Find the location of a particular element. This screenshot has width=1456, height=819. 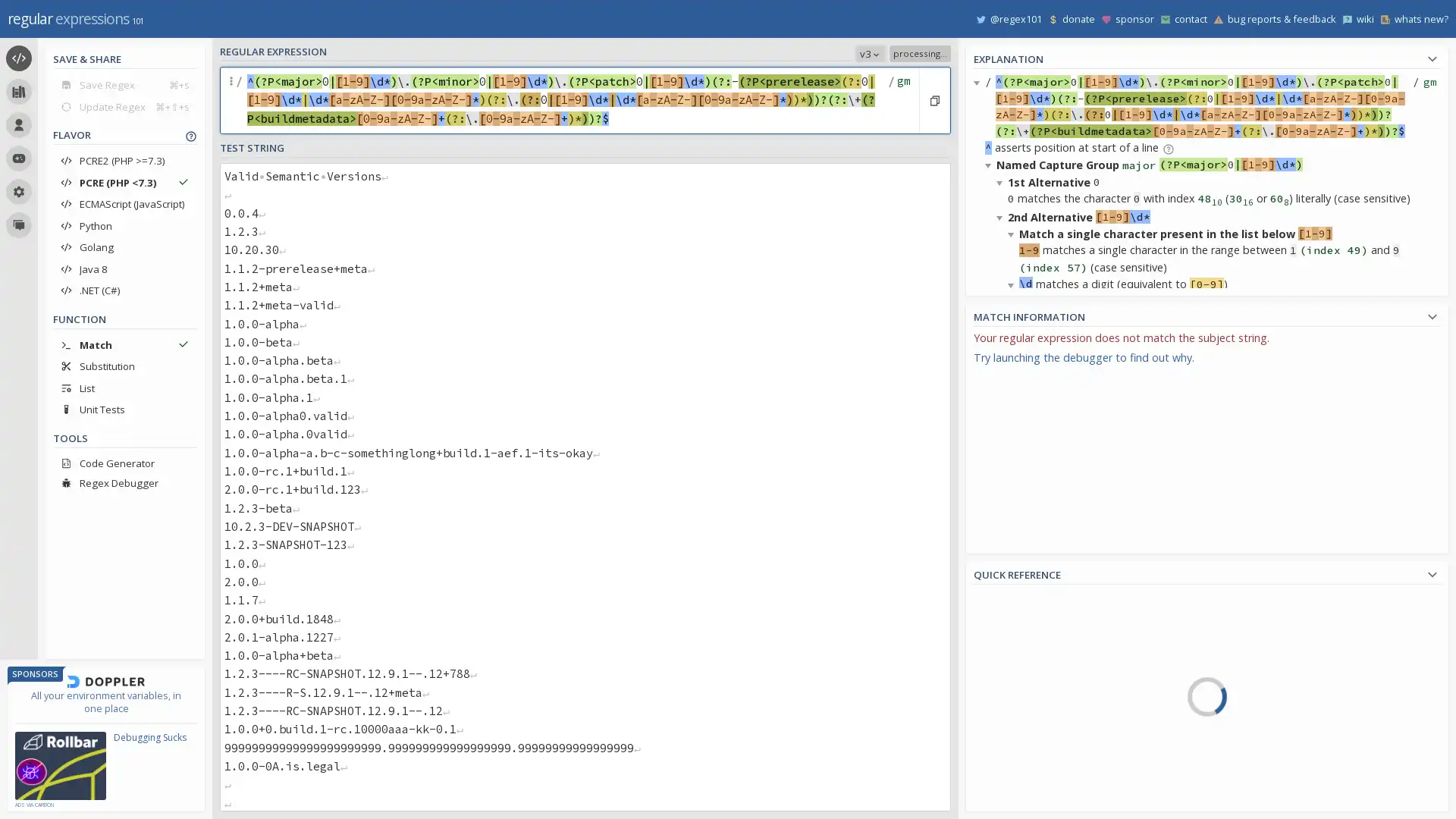

Match 3 is located at coordinates (1014, 595).